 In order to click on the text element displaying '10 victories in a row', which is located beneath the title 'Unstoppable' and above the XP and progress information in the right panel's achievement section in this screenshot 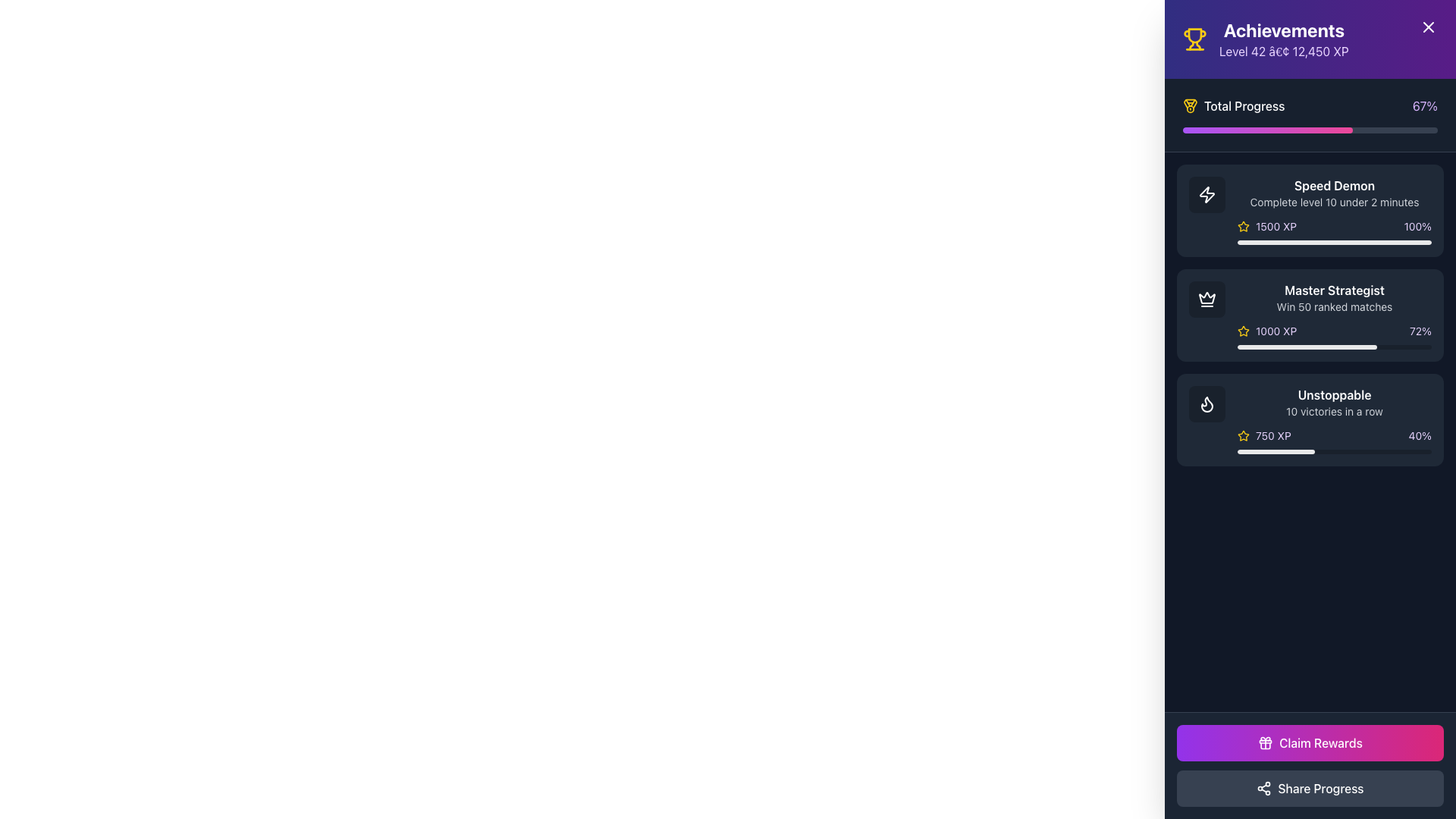, I will do `click(1335, 412)`.